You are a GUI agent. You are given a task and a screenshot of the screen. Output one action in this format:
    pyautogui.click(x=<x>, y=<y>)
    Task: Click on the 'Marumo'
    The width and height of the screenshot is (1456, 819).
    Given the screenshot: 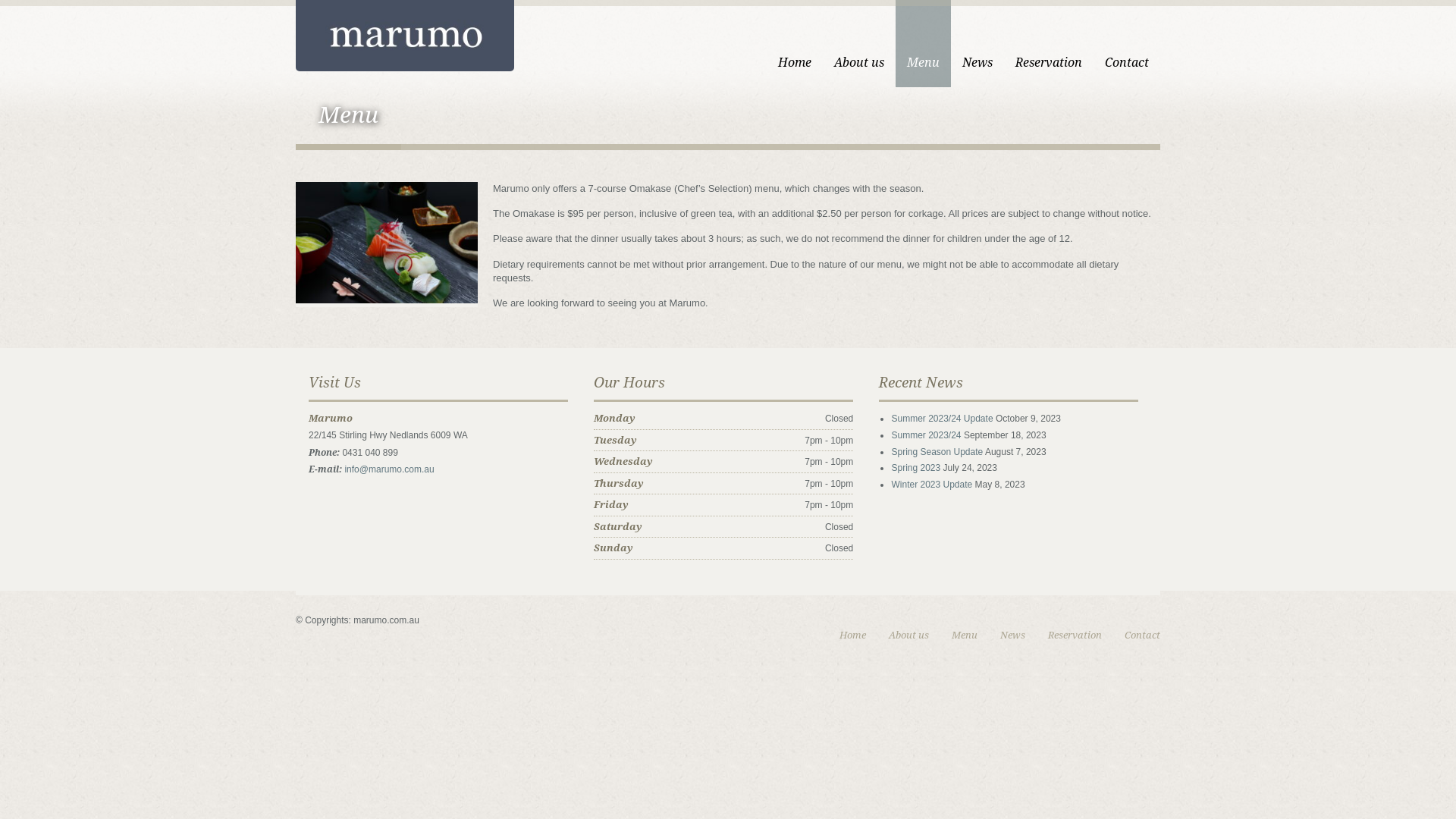 What is the action you would take?
    pyautogui.click(x=404, y=33)
    